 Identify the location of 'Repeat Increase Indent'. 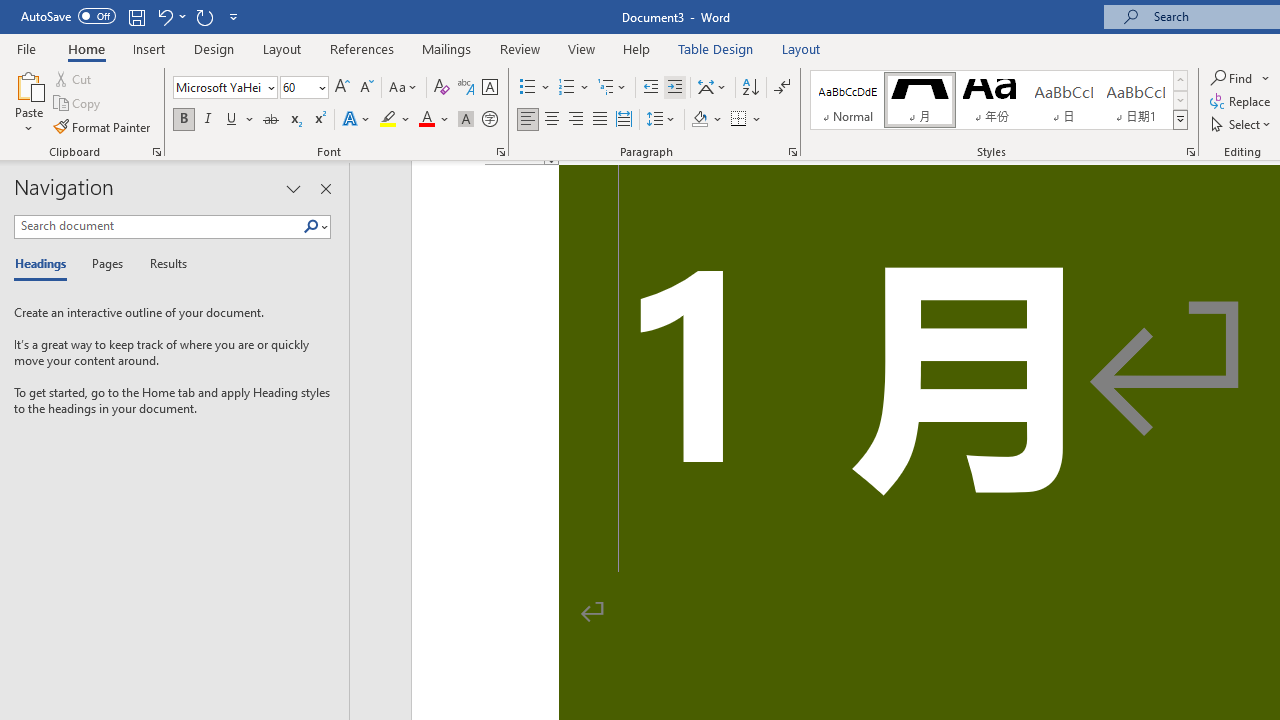
(204, 16).